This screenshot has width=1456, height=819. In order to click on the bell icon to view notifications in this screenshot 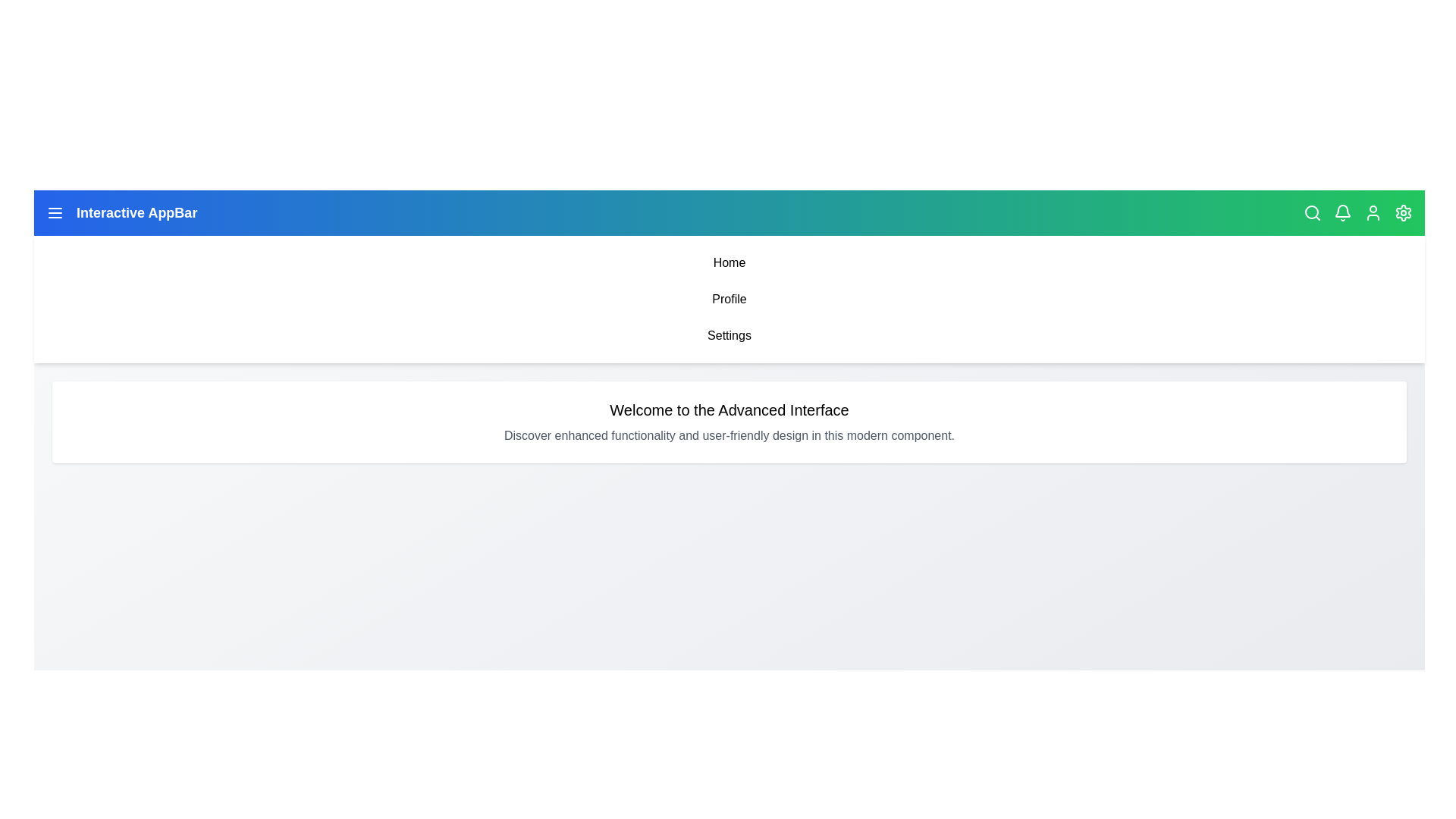, I will do `click(1343, 213)`.